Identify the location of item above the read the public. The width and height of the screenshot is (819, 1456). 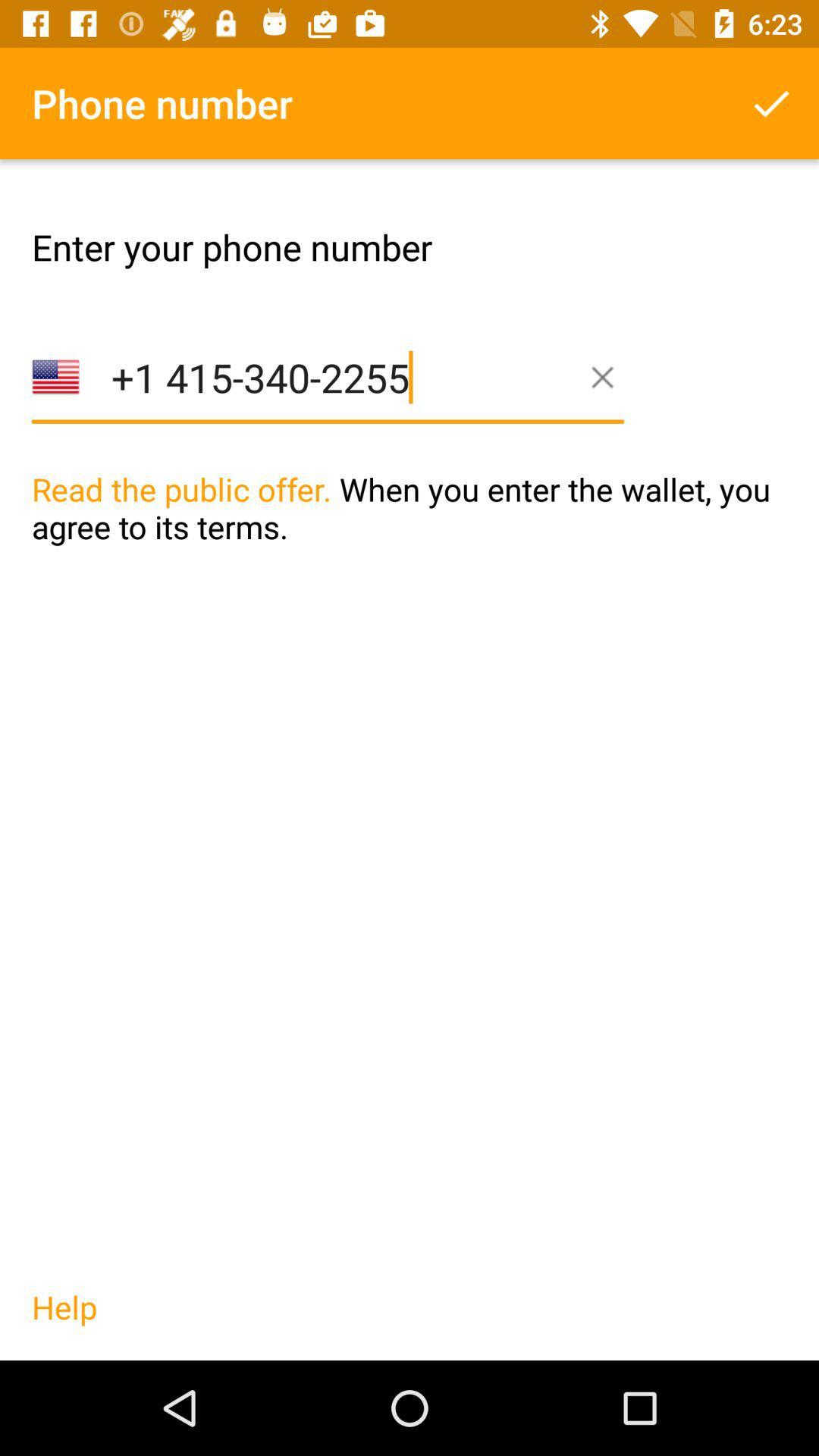
(327, 401).